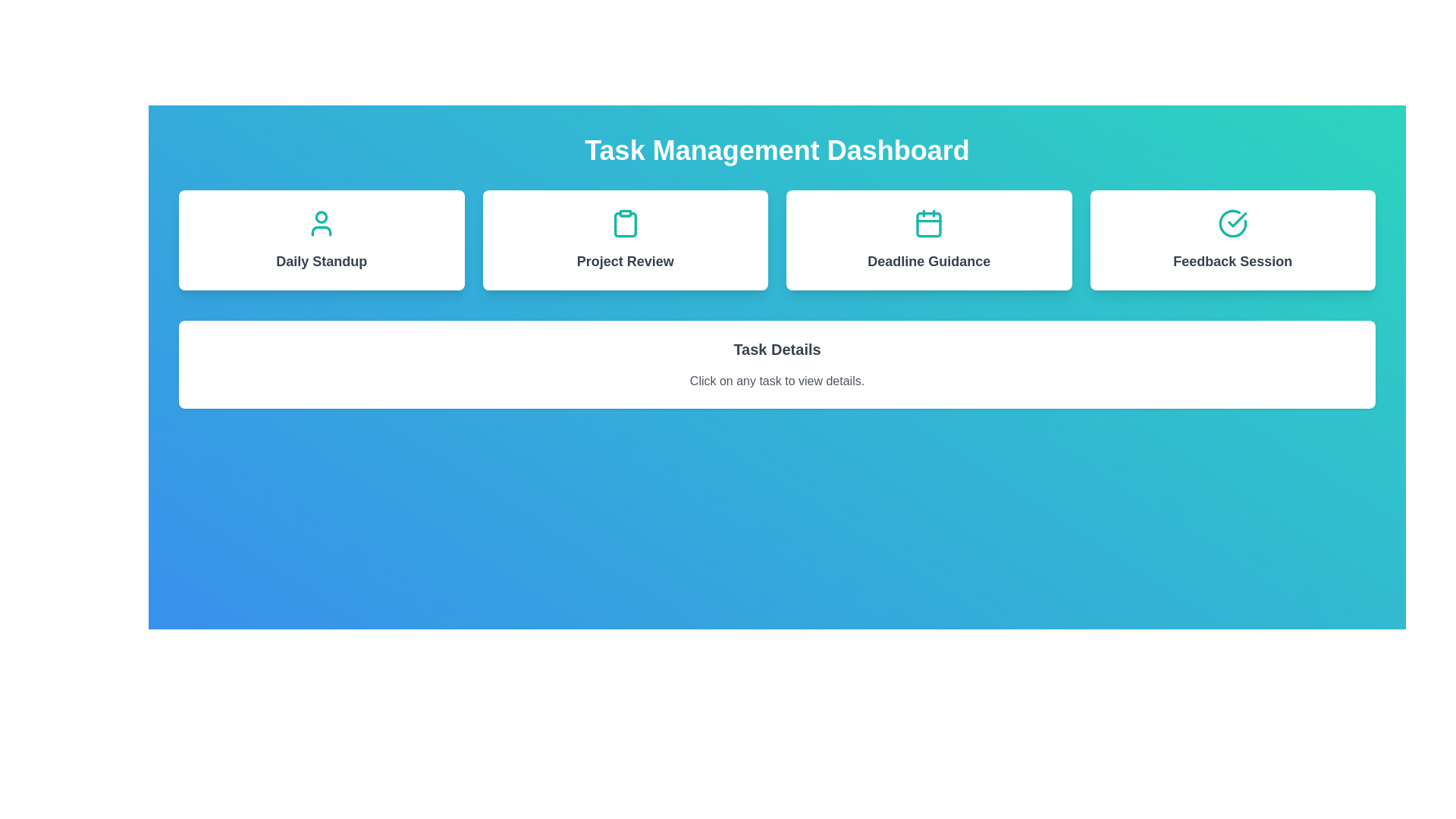  What do you see at coordinates (625, 224) in the screenshot?
I see `the clipboard icon representing the 'Project Review' functionality, which is centered in the second card from the left in a row of four cards` at bounding box center [625, 224].